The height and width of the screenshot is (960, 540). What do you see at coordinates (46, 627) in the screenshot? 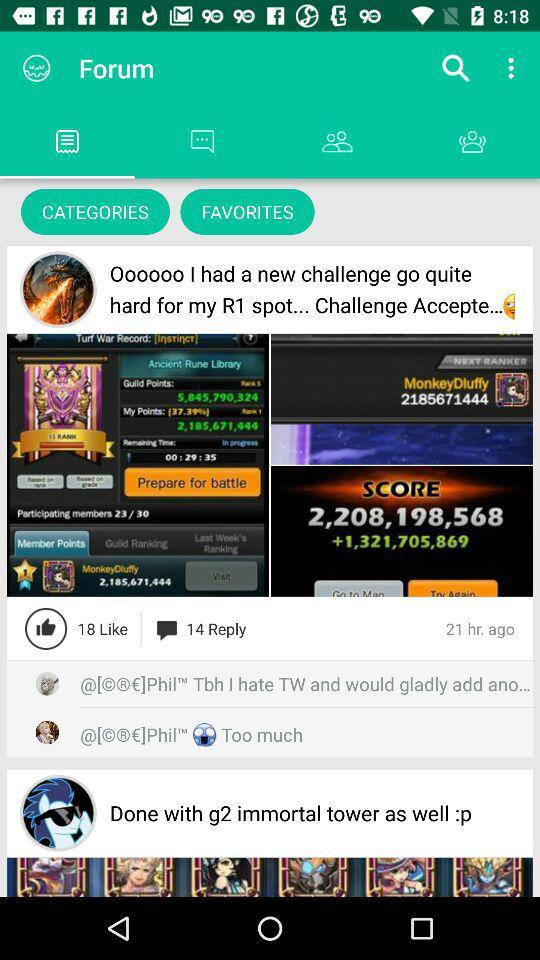
I see `like button` at bounding box center [46, 627].